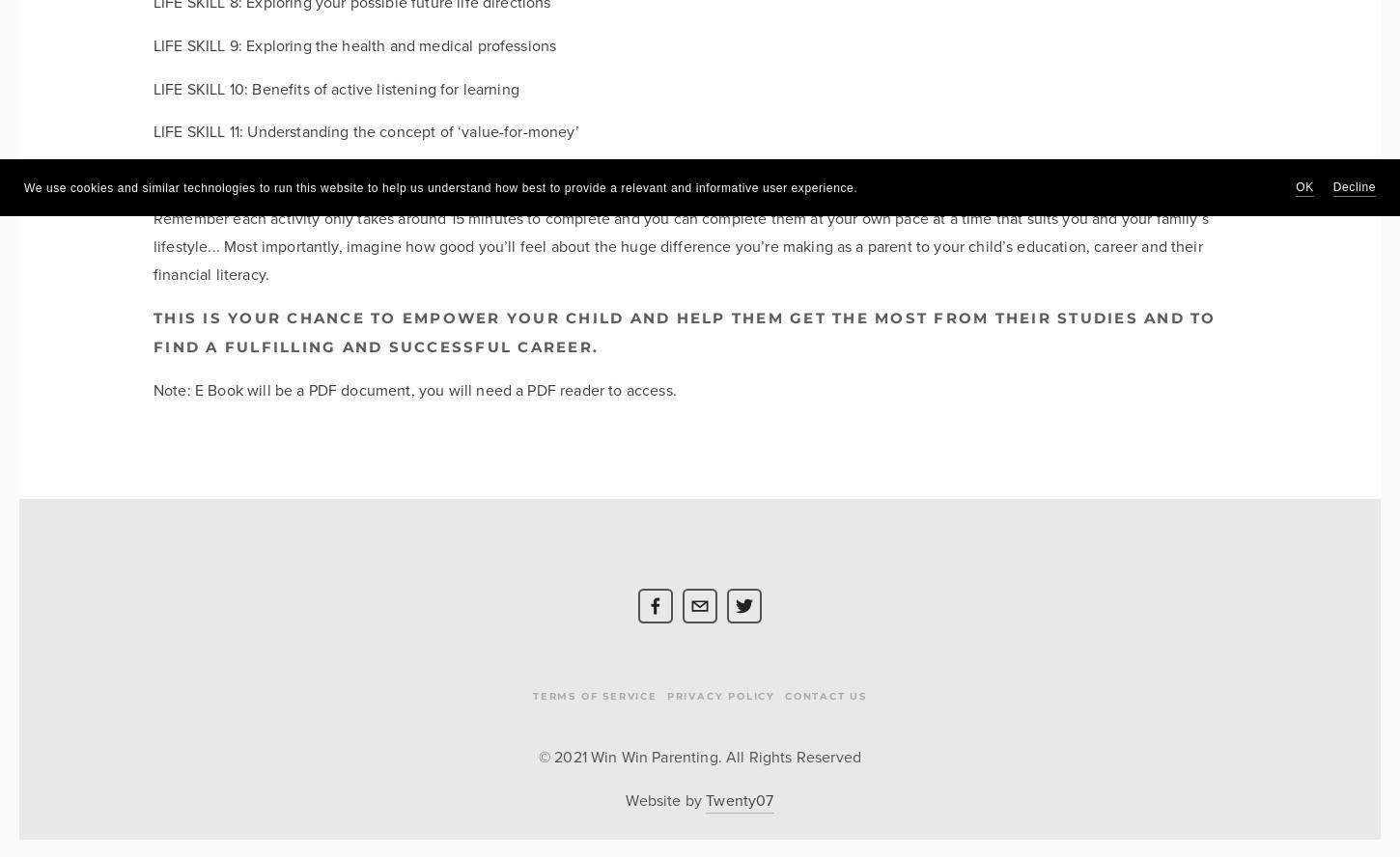 Image resolution: width=1400 pixels, height=857 pixels. What do you see at coordinates (684, 332) in the screenshot?
I see `'This is your chance to empower your child and help them get the most from their studies and to find a fulfilling and successful career.'` at bounding box center [684, 332].